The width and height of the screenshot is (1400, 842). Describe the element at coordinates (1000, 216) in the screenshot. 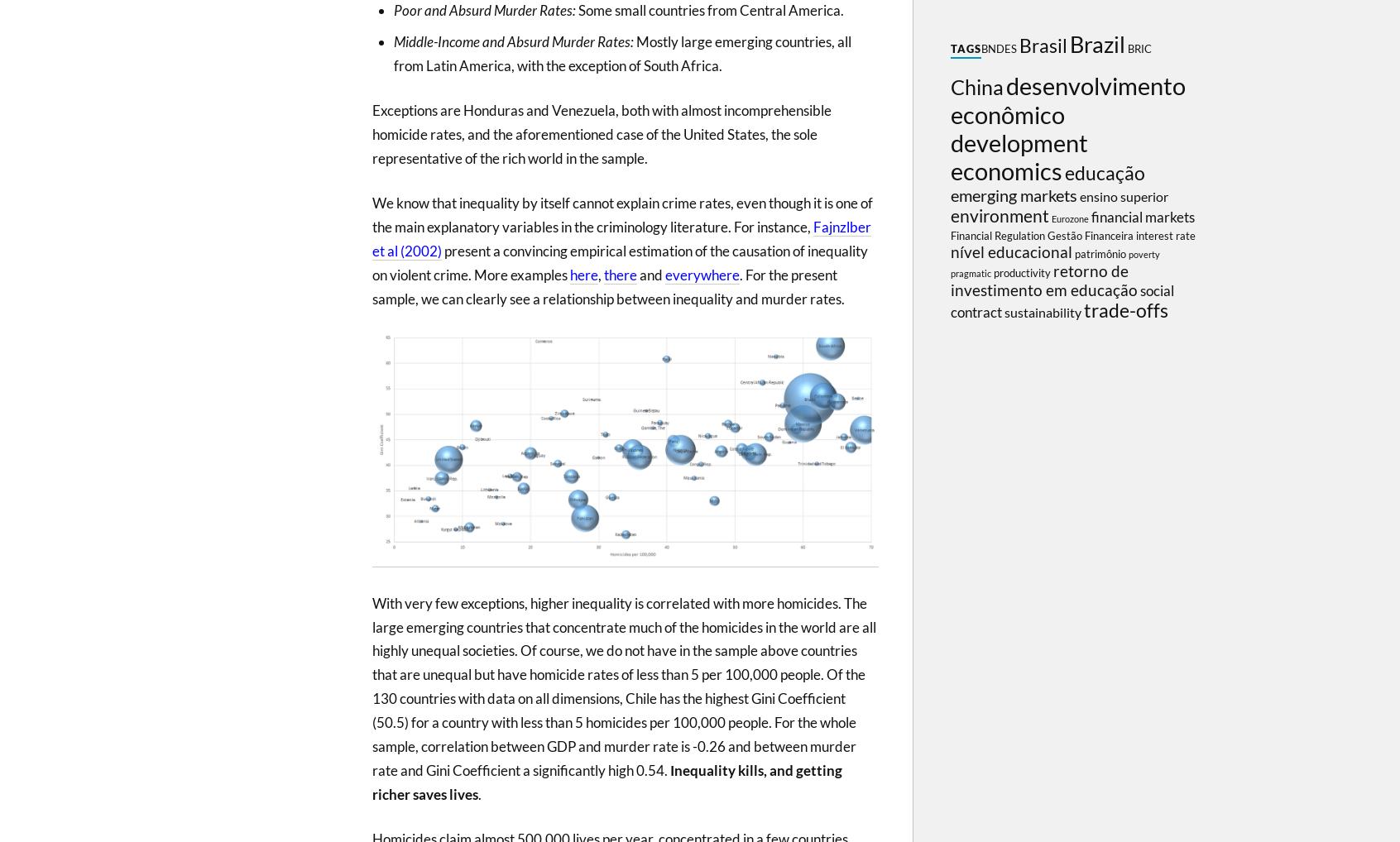

I see `'environment'` at that location.